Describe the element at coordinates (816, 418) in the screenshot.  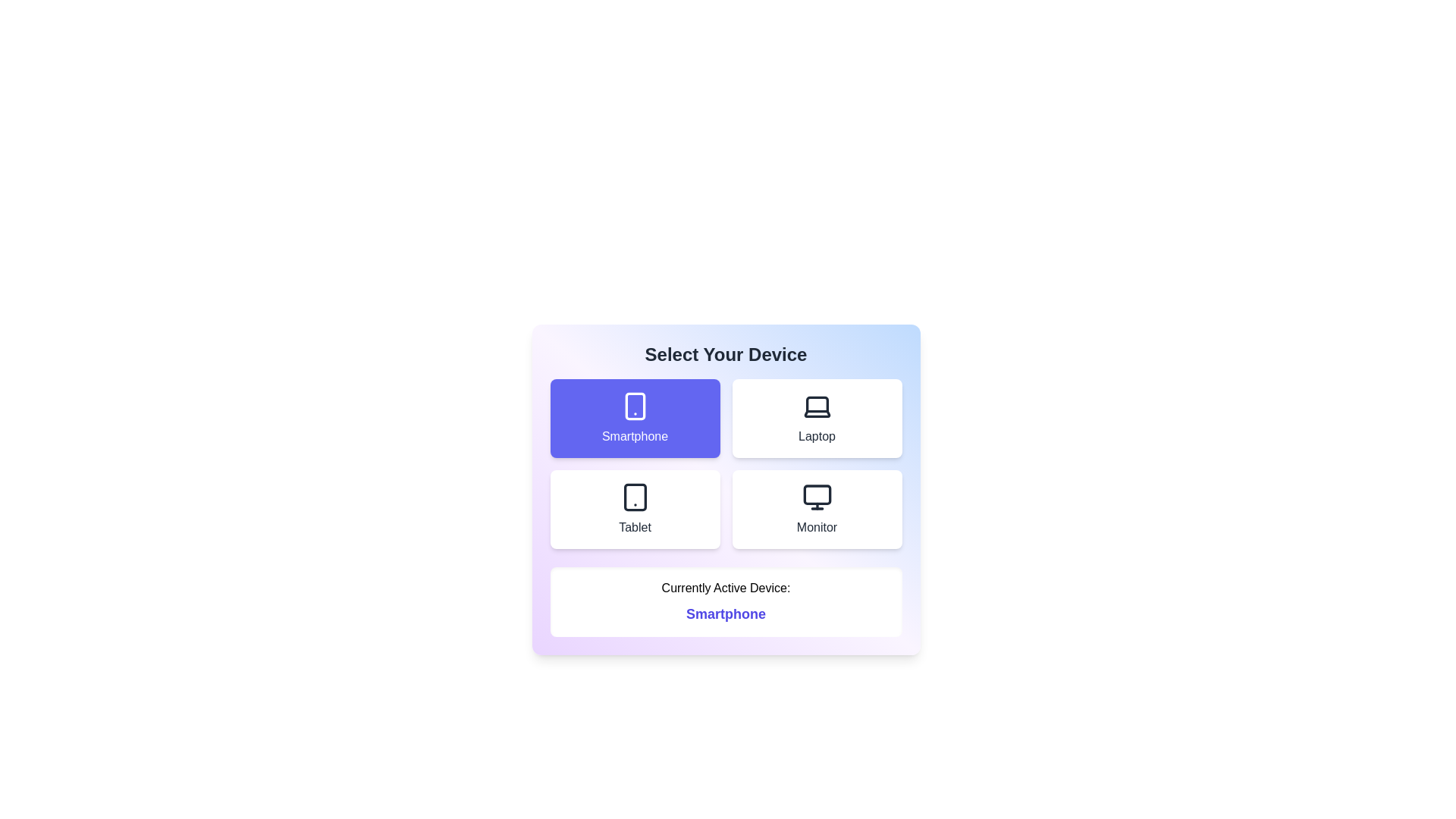
I see `the device option labeled Laptop to observe its hover effect` at that location.